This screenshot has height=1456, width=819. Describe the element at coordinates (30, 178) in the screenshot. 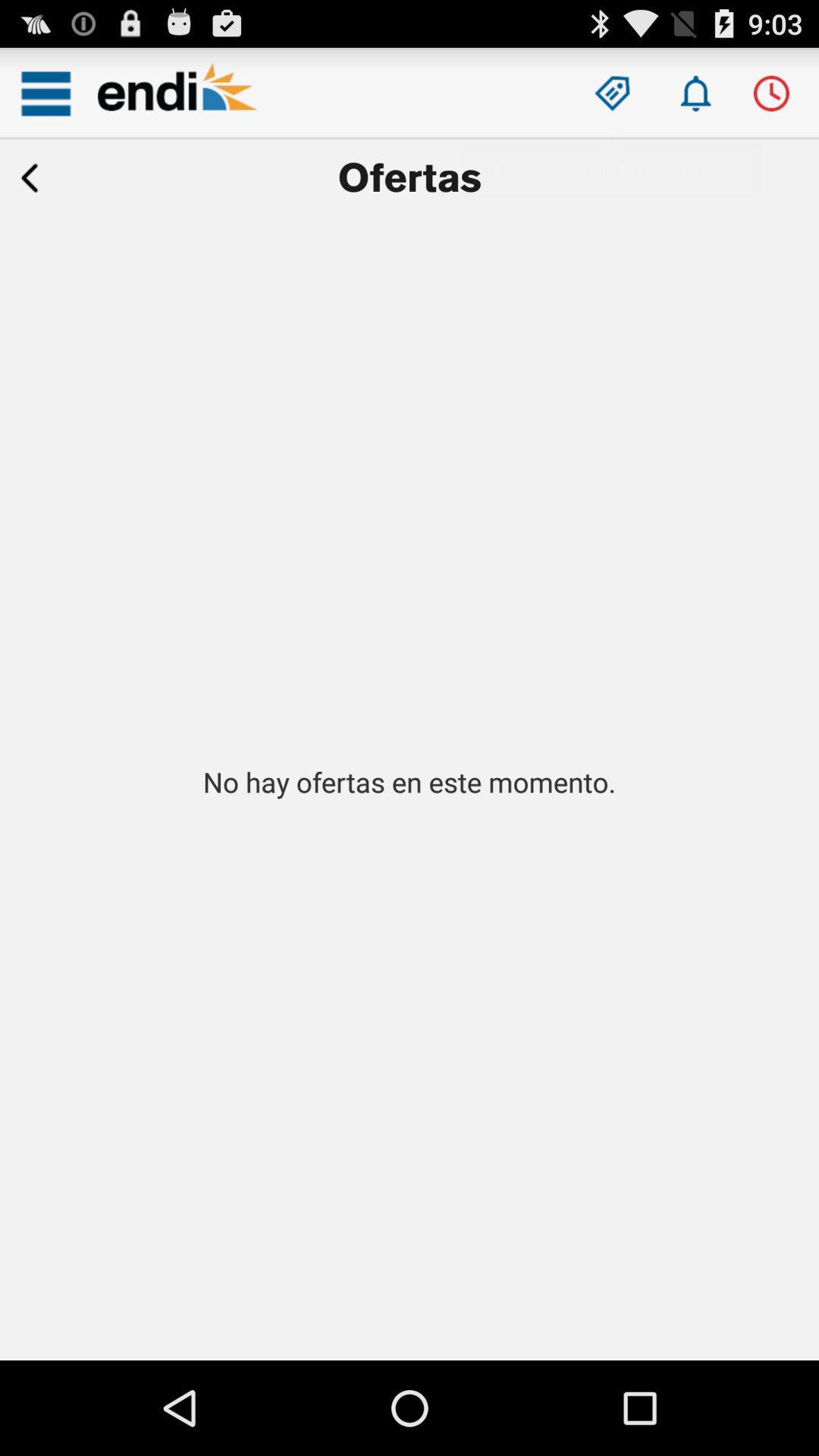

I see `click on the back page arrow` at that location.